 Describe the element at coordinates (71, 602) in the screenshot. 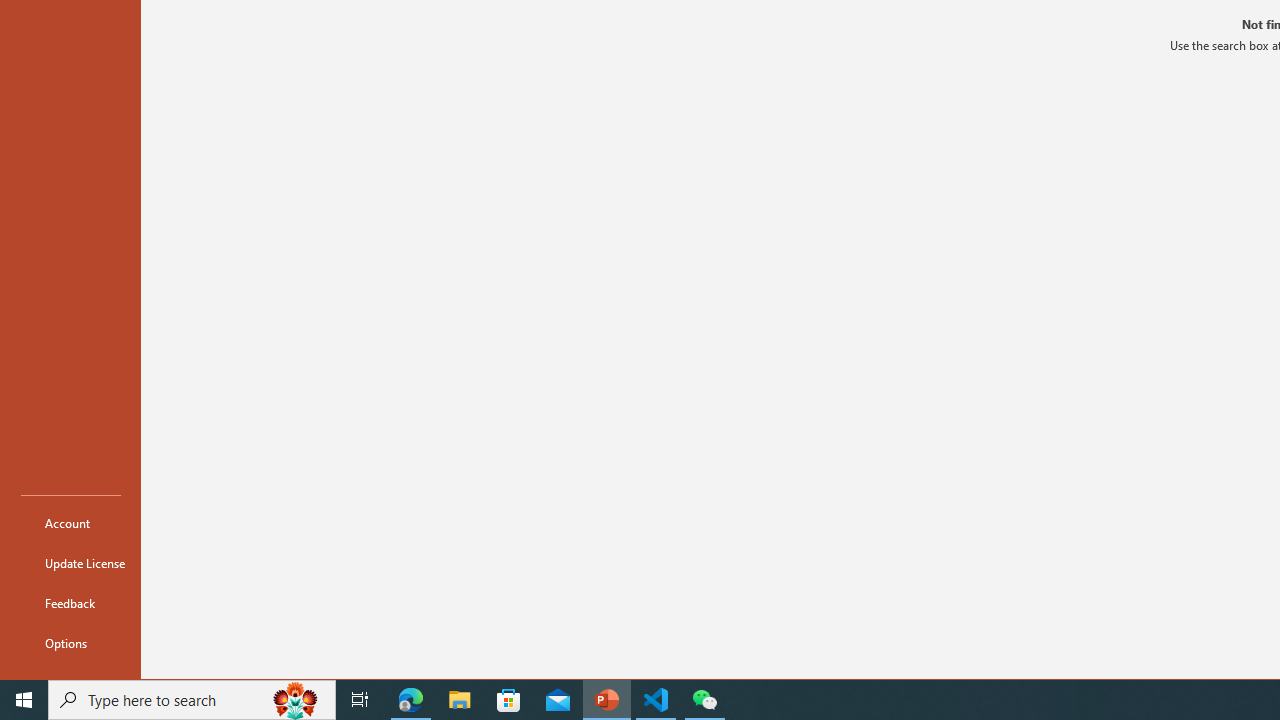

I see `'Feedback'` at that location.